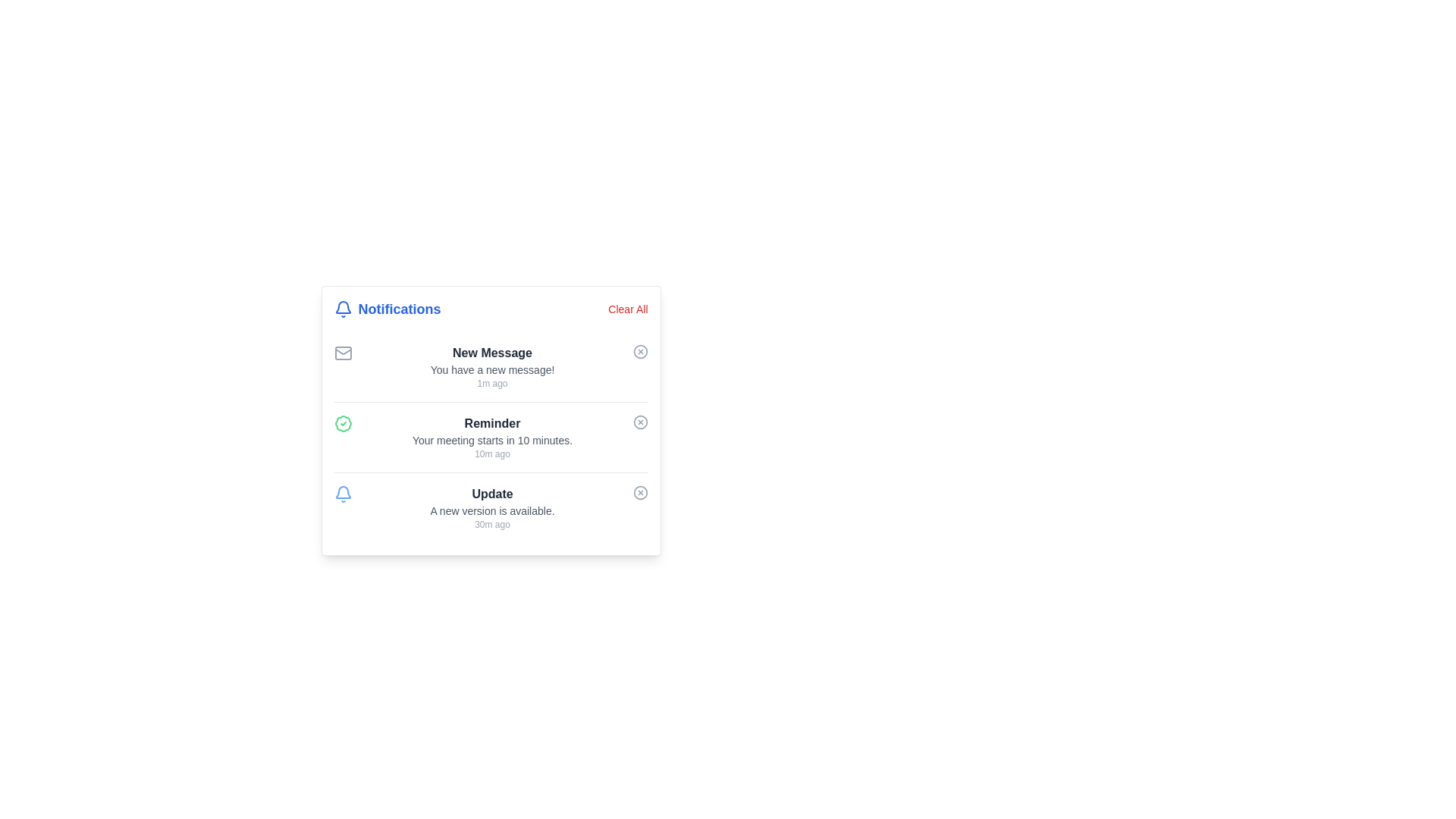 The image size is (1456, 819). Describe the element at coordinates (342, 353) in the screenshot. I see `the notification icon indicating a new message, which is located at the far left of the notification section, adjacent to the text 'New Message' and 'You have a new message!'` at that location.